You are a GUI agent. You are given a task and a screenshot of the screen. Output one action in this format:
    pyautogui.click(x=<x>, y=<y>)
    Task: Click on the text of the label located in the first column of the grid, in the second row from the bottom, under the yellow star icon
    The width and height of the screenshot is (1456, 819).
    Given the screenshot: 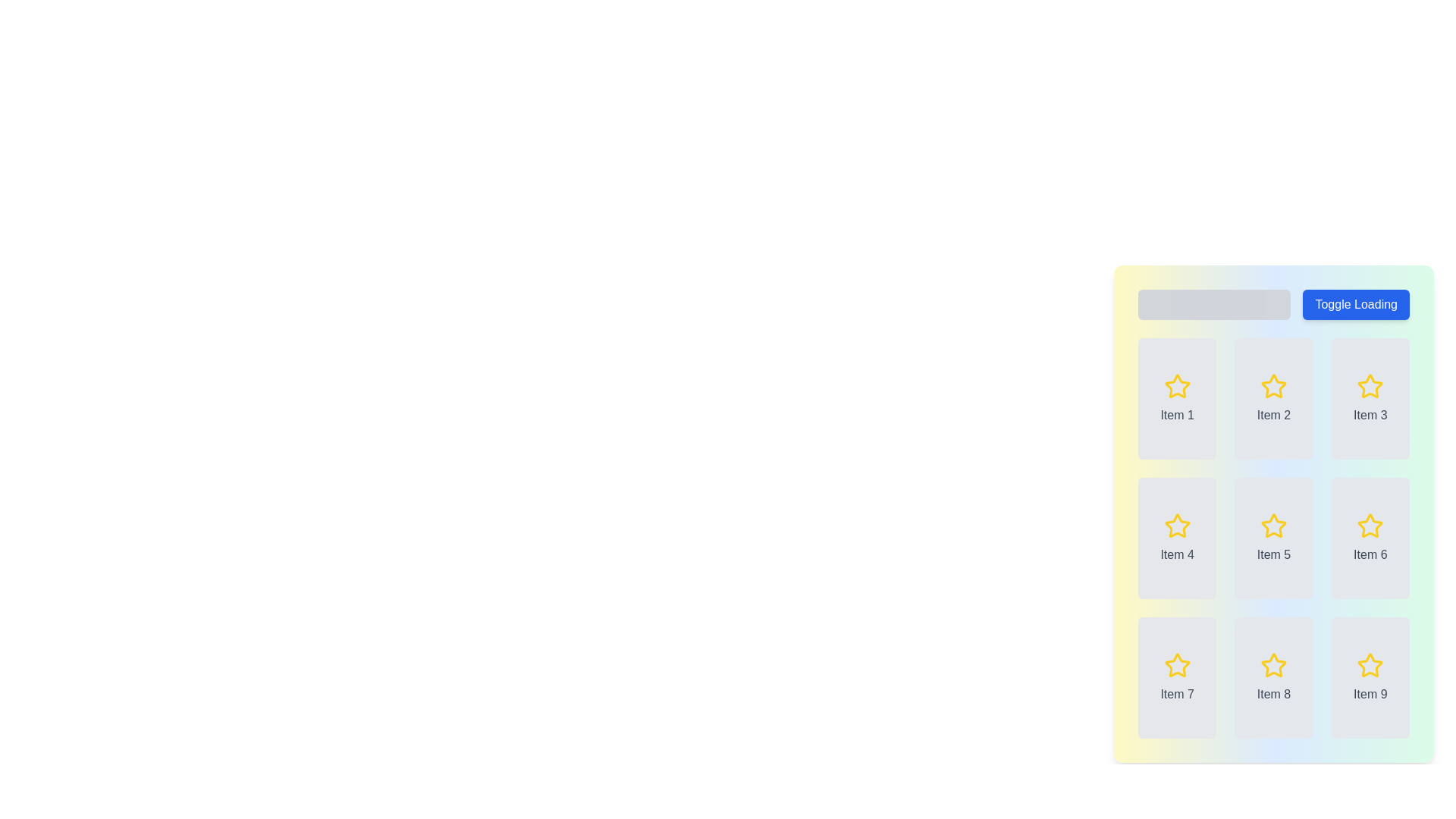 What is the action you would take?
    pyautogui.click(x=1176, y=694)
    